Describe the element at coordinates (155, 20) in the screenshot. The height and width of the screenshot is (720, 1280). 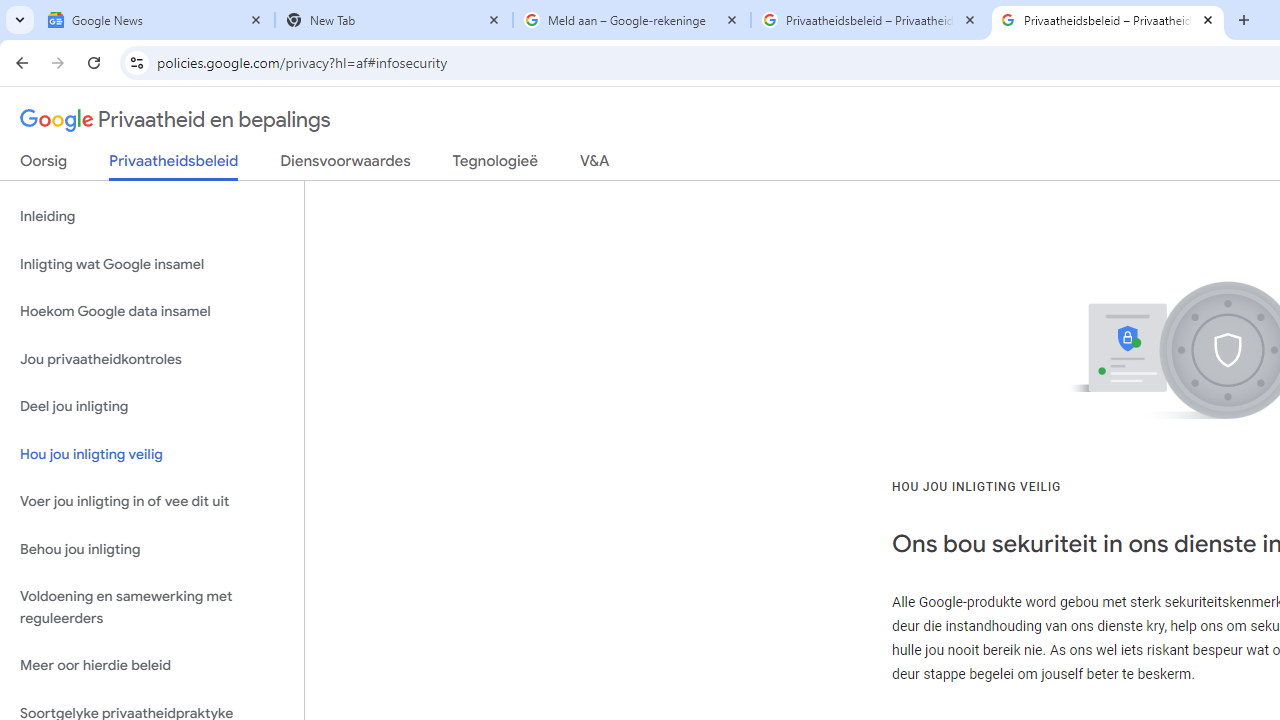
I see `'Google News'` at that location.